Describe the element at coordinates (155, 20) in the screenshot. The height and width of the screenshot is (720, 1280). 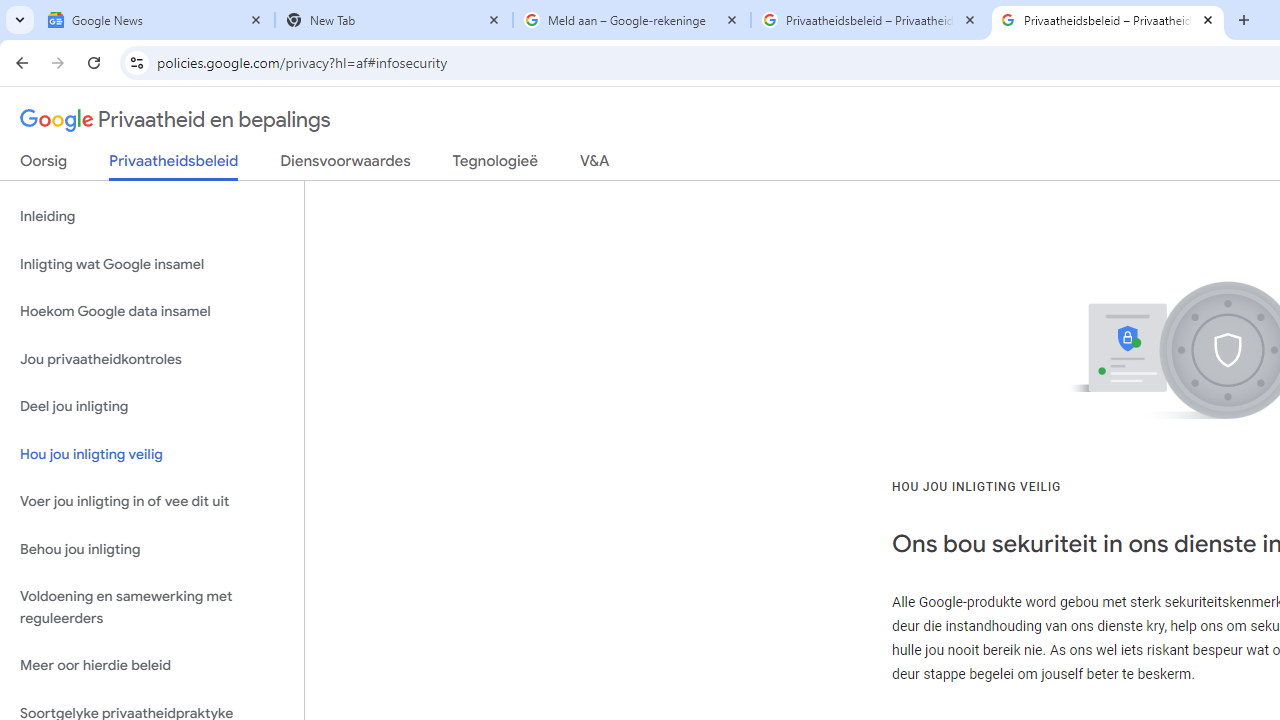
I see `'Google News'` at that location.